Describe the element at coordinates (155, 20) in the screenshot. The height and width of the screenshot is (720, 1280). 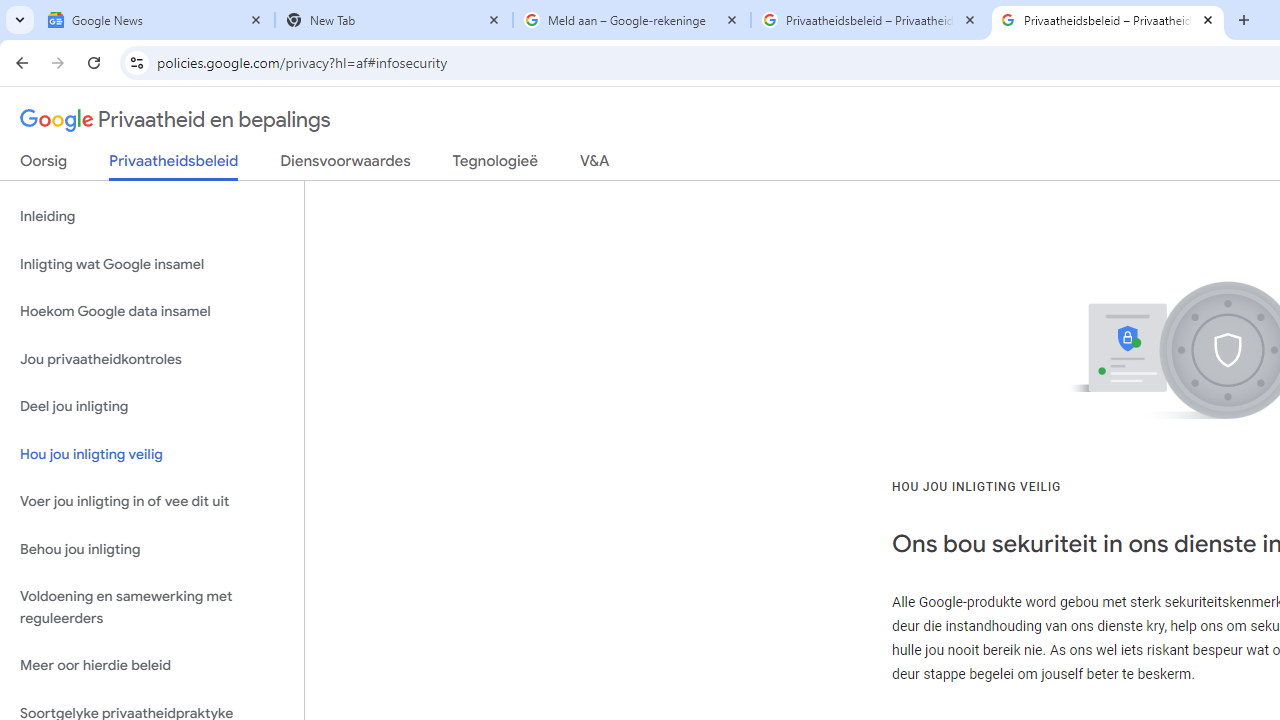
I see `'Google News'` at that location.